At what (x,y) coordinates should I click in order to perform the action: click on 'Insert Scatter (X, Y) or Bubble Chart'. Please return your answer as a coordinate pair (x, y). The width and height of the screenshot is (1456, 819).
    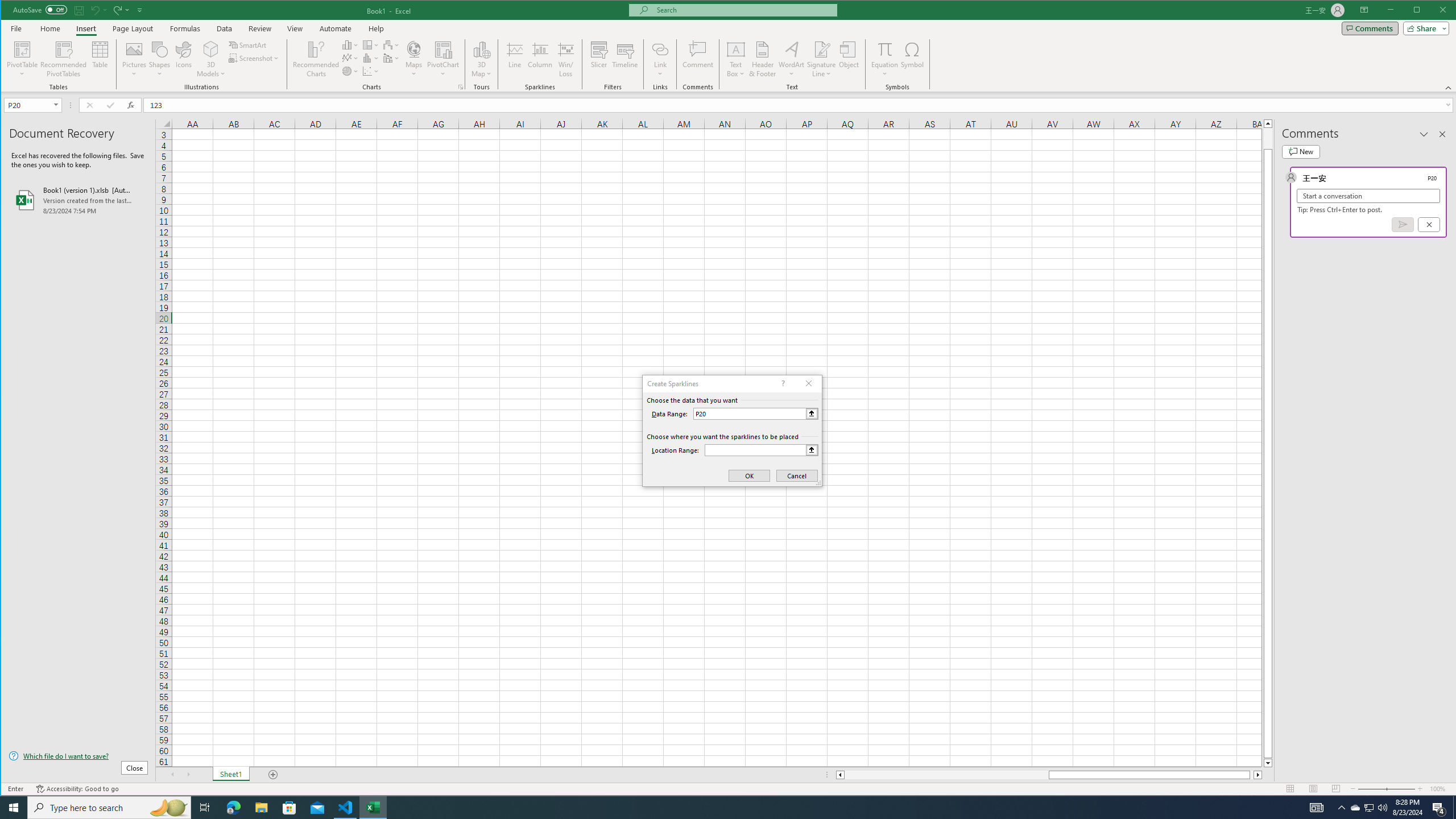
    Looking at the image, I should click on (371, 71).